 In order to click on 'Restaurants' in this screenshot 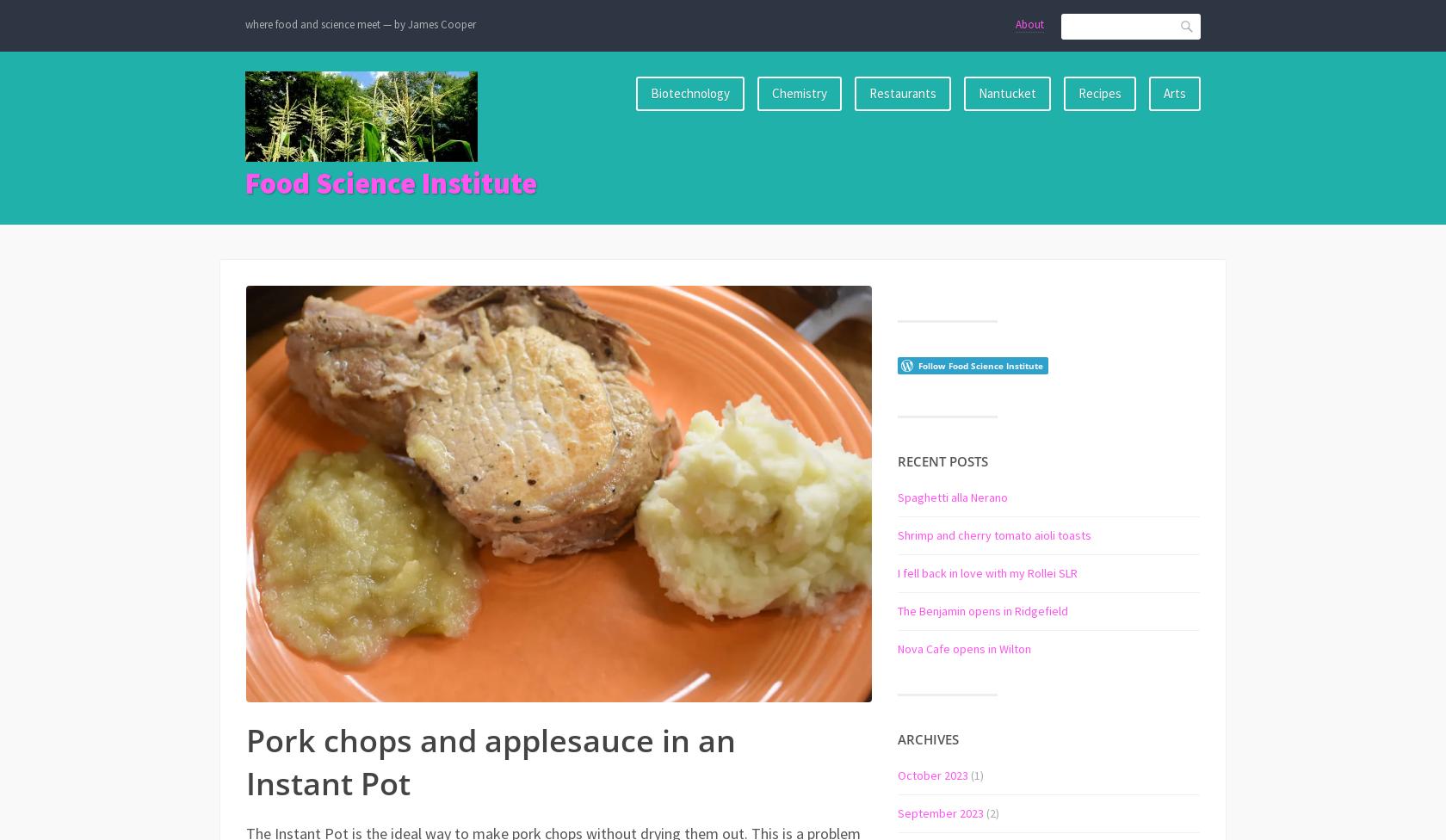, I will do `click(902, 92)`.